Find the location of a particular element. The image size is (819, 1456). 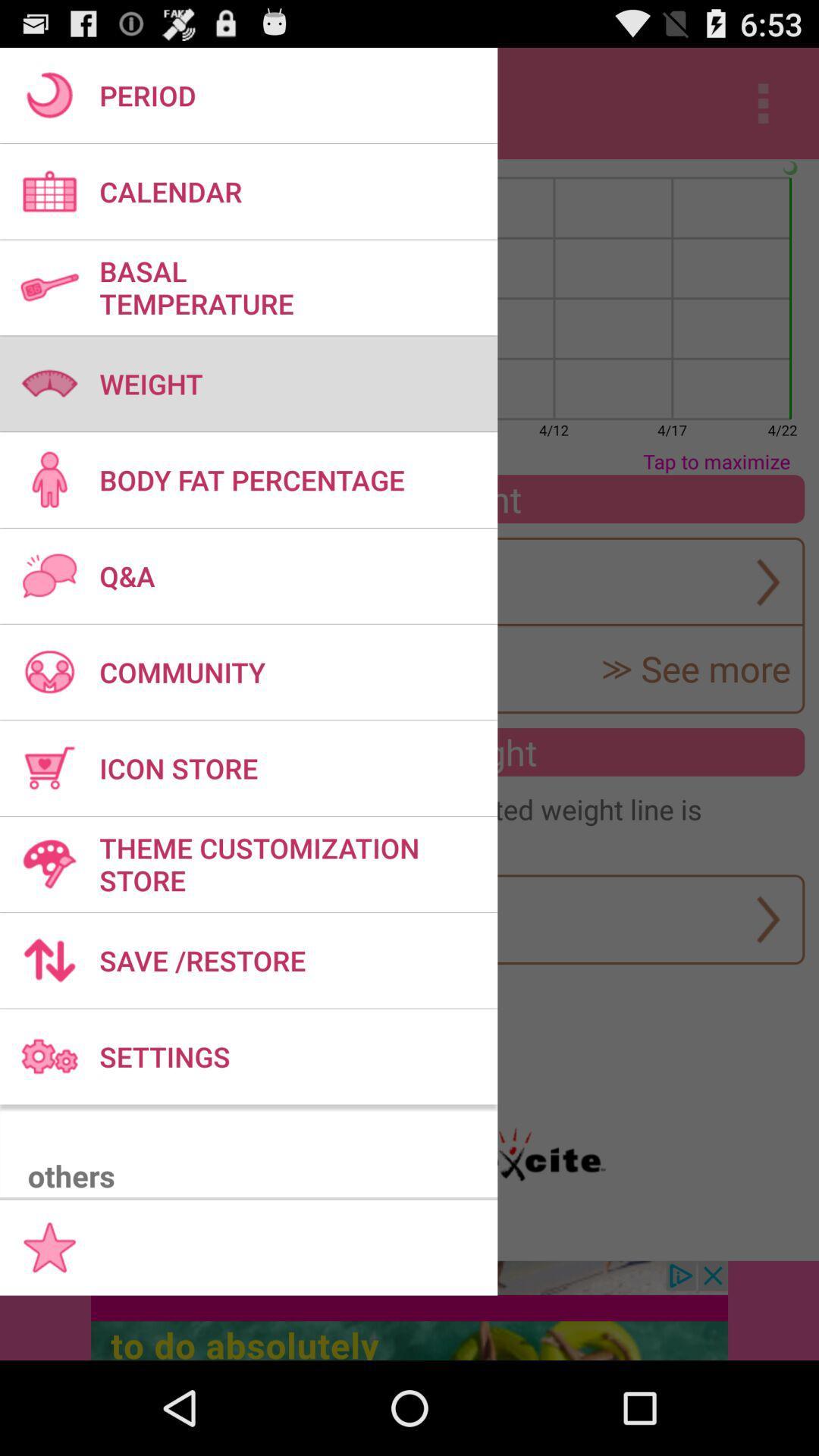

more options symbol is located at coordinates (763, 103).